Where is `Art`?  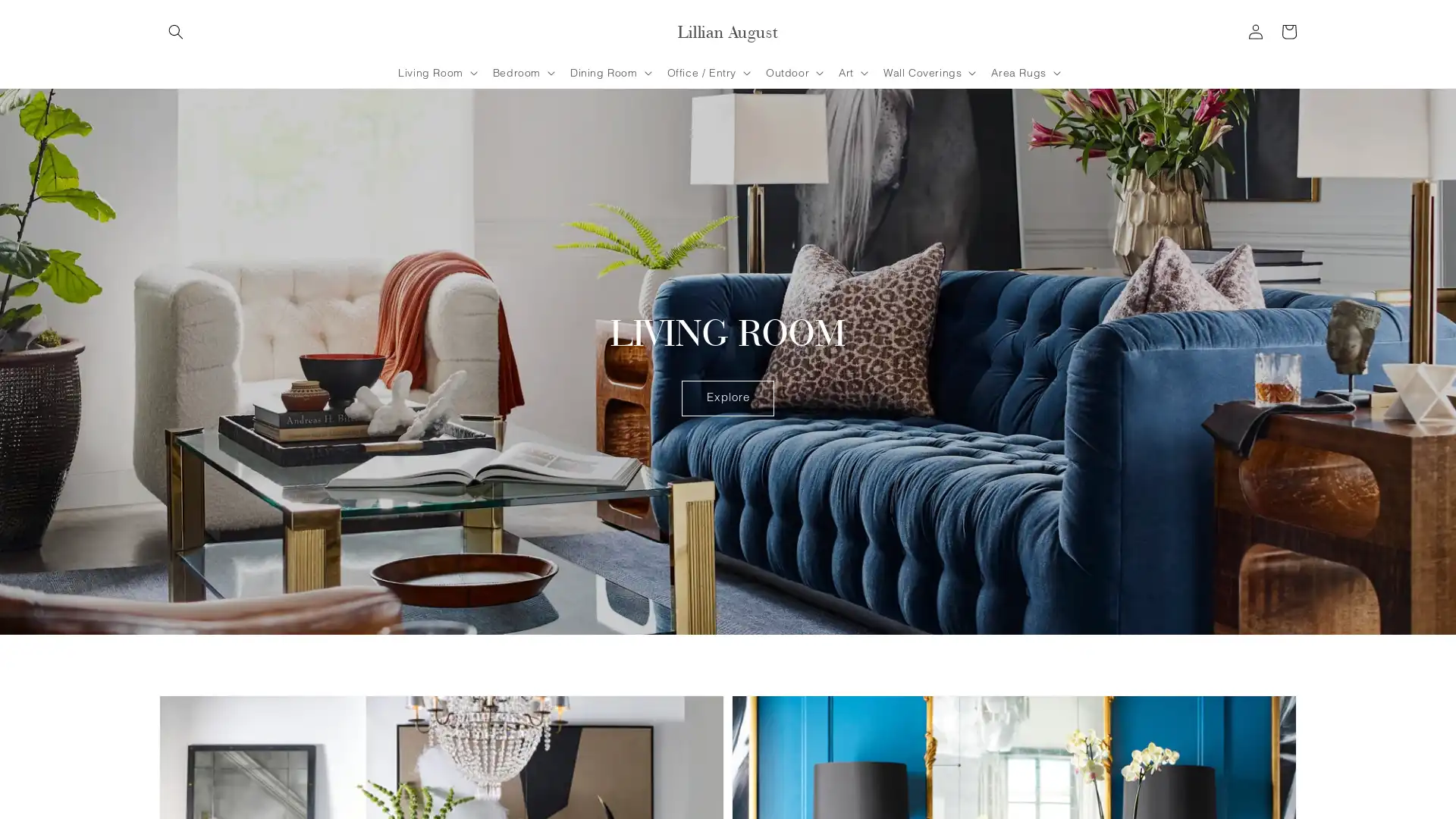 Art is located at coordinates (852, 72).